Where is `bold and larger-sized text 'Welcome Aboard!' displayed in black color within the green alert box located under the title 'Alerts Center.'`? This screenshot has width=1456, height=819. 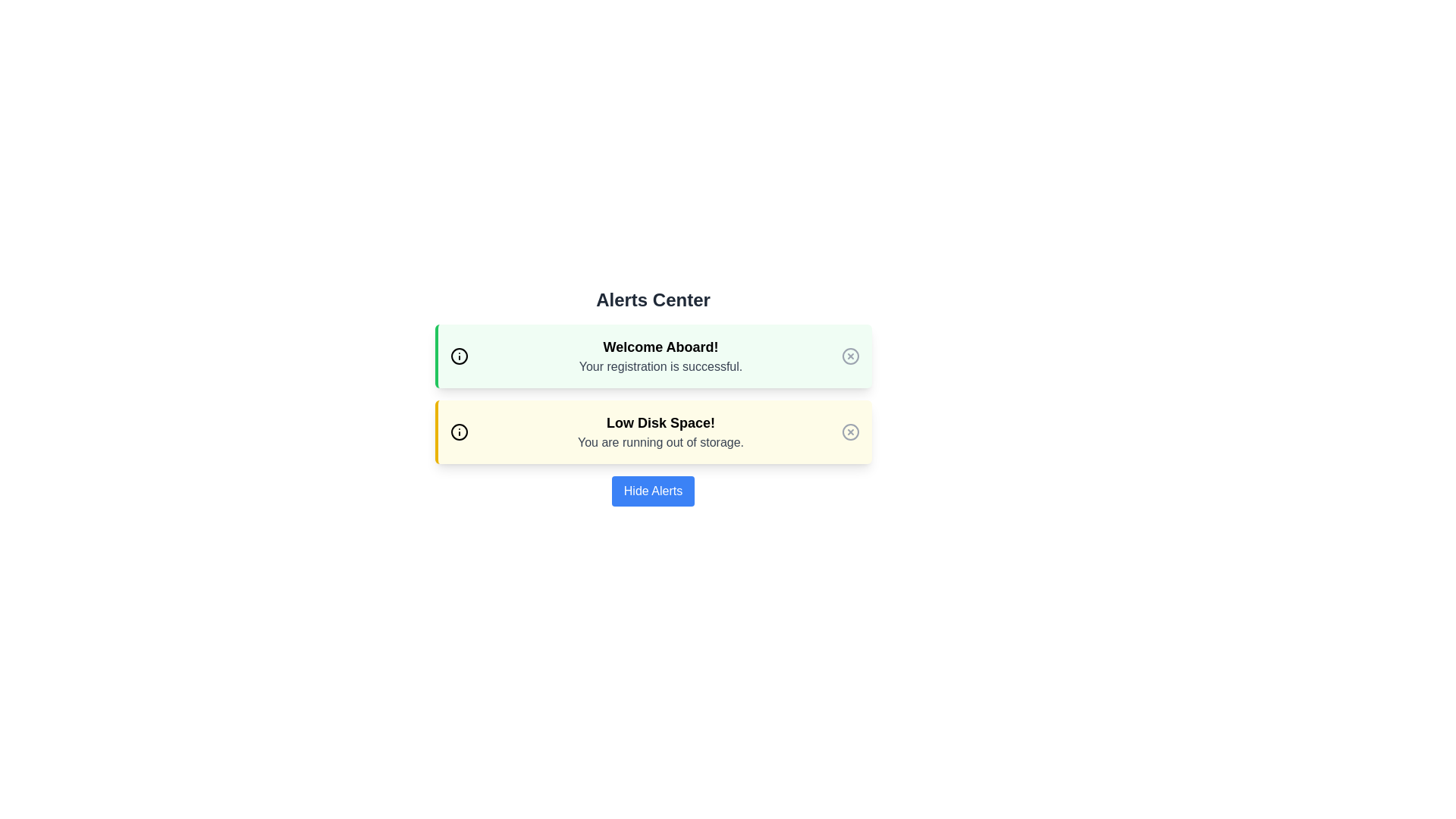
bold and larger-sized text 'Welcome Aboard!' displayed in black color within the green alert box located under the title 'Alerts Center.' is located at coordinates (661, 347).